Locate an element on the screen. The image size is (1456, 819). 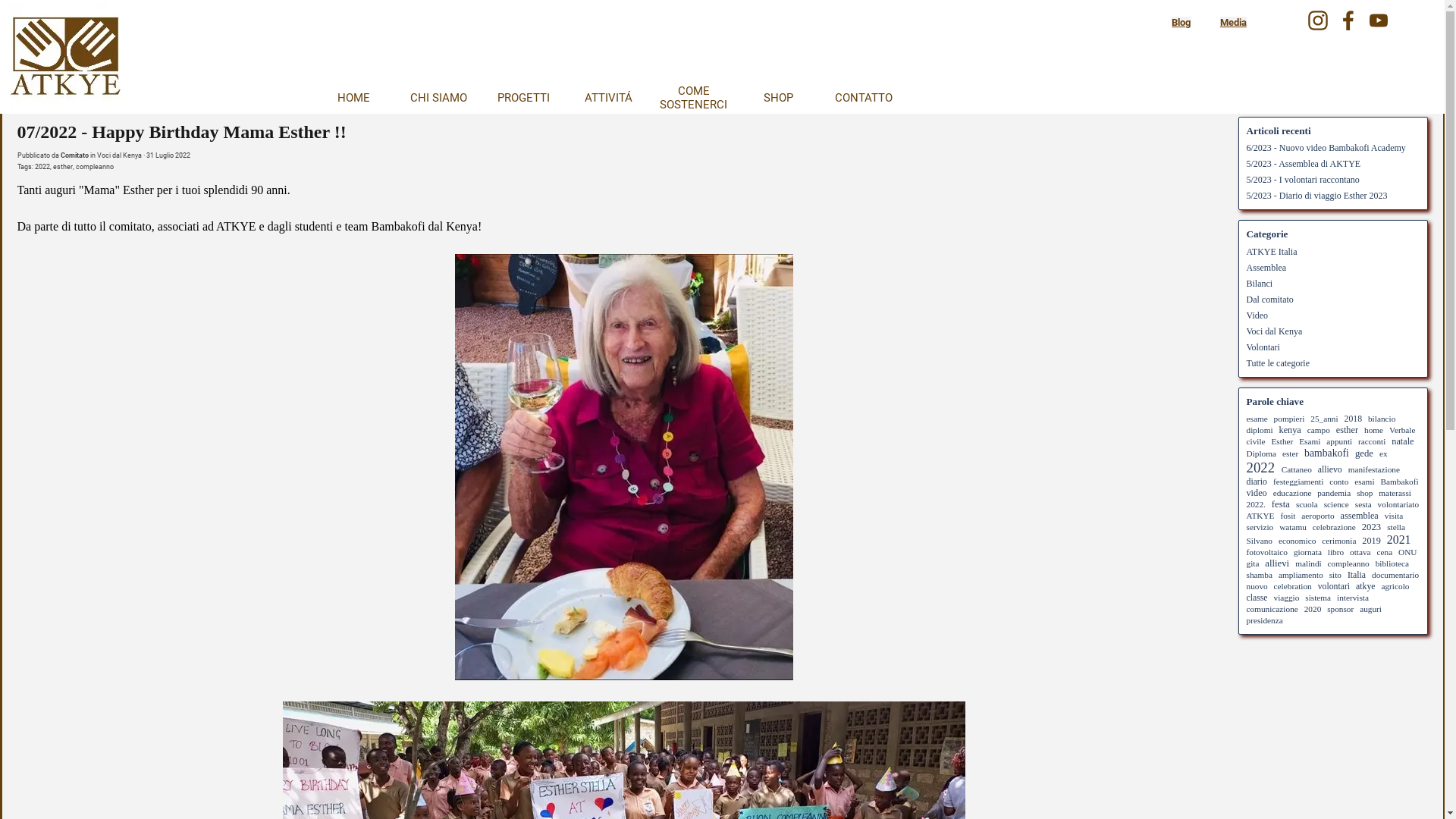
'Volontari' is located at coordinates (1246, 346).